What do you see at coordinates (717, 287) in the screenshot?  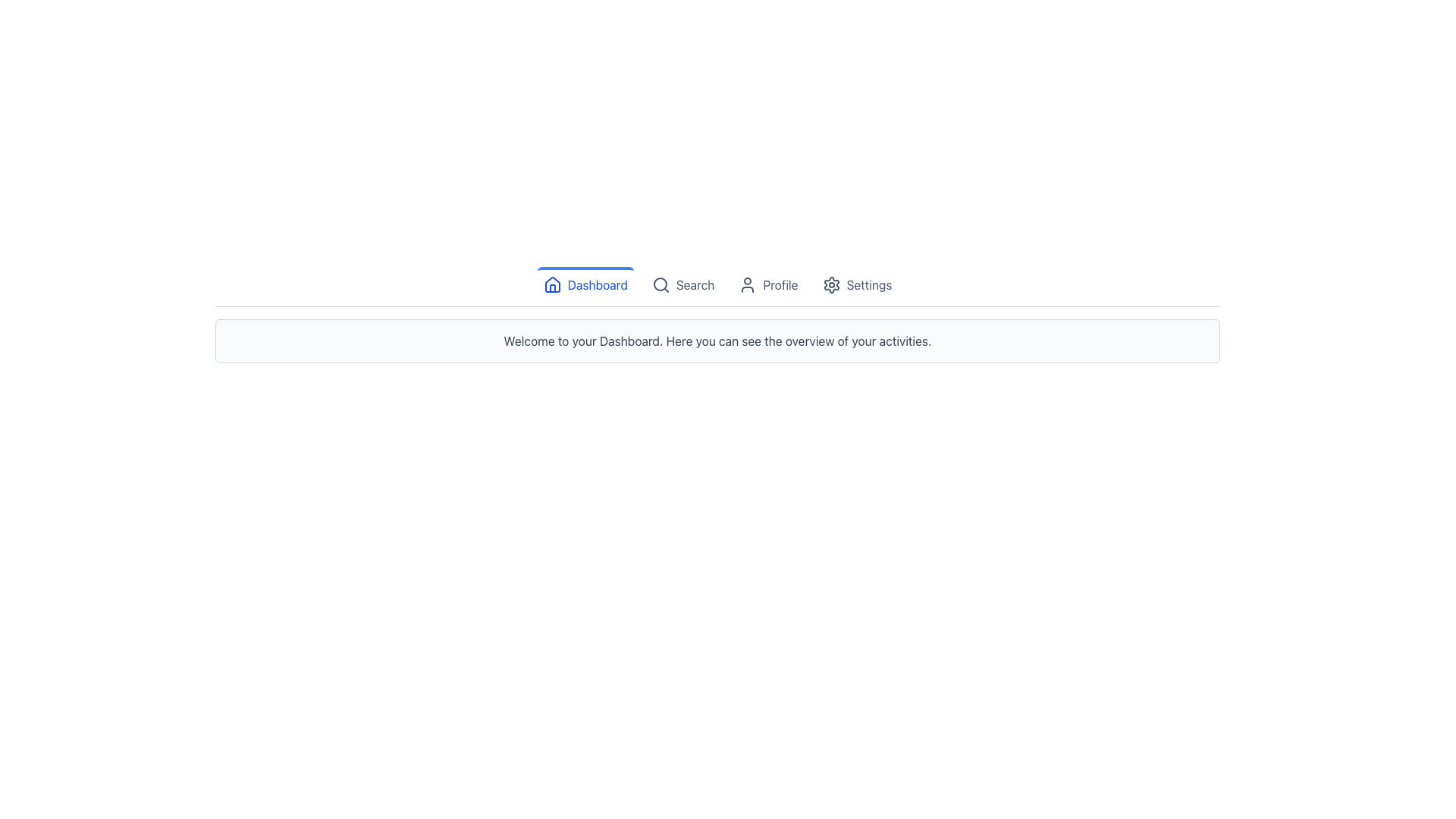 I see `the Navigation Bar tabs` at bounding box center [717, 287].